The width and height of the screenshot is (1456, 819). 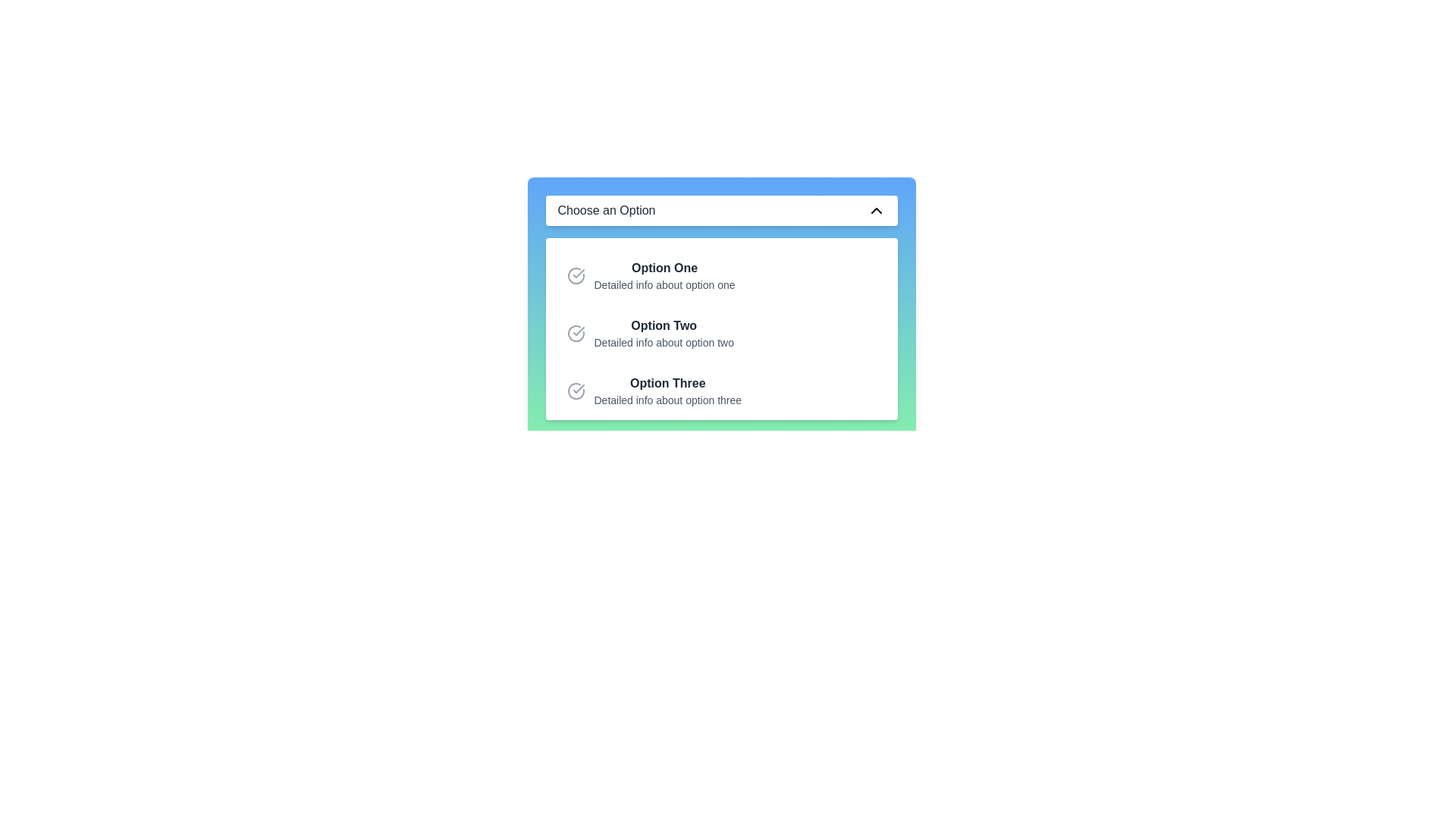 I want to click on the Checkmark Circle icon, so click(x=575, y=391).